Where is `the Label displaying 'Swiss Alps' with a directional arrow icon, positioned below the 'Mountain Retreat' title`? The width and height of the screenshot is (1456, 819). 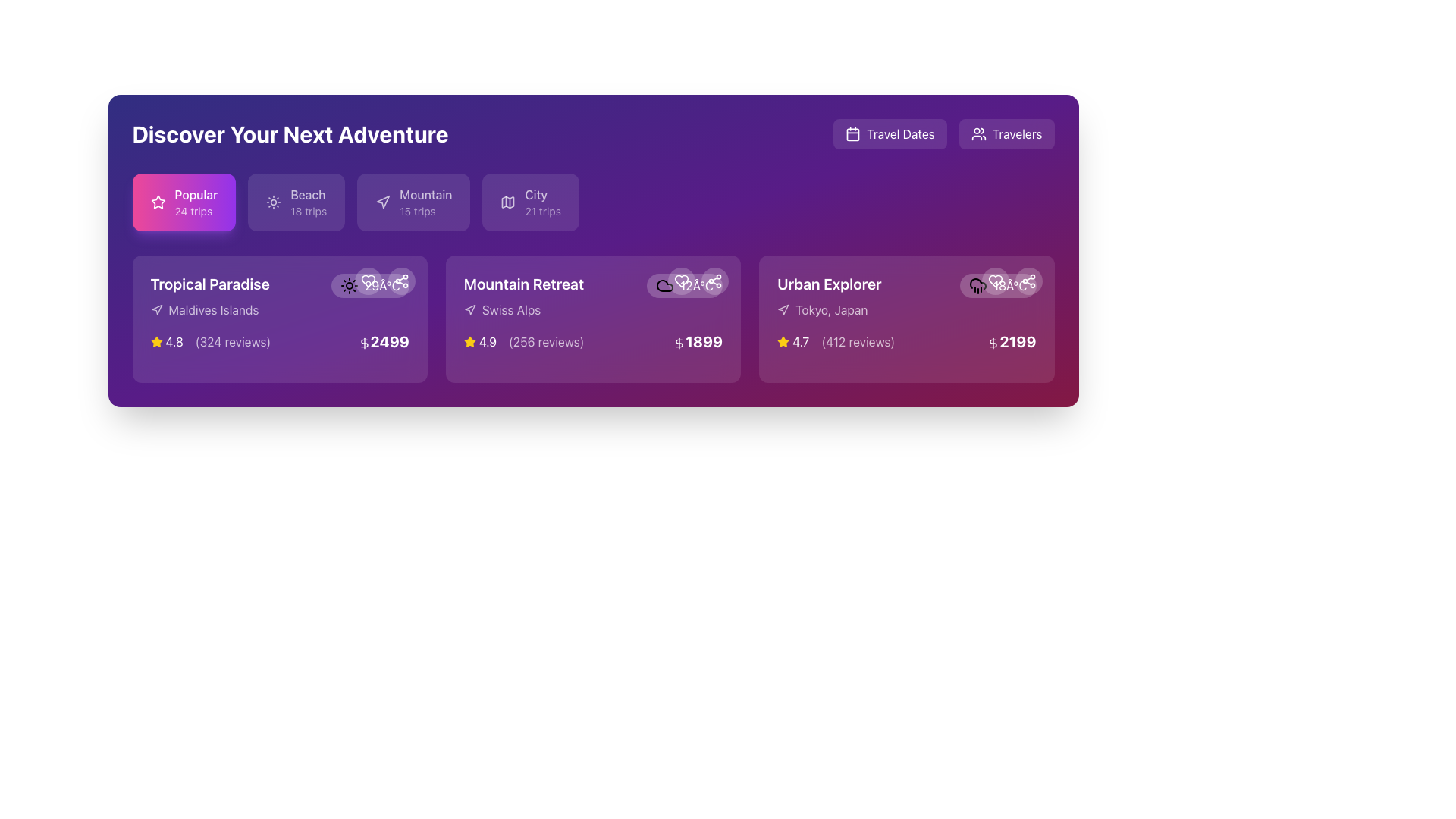
the Label displaying 'Swiss Alps' with a directional arrow icon, positioned below the 'Mountain Retreat' title is located at coordinates (524, 309).